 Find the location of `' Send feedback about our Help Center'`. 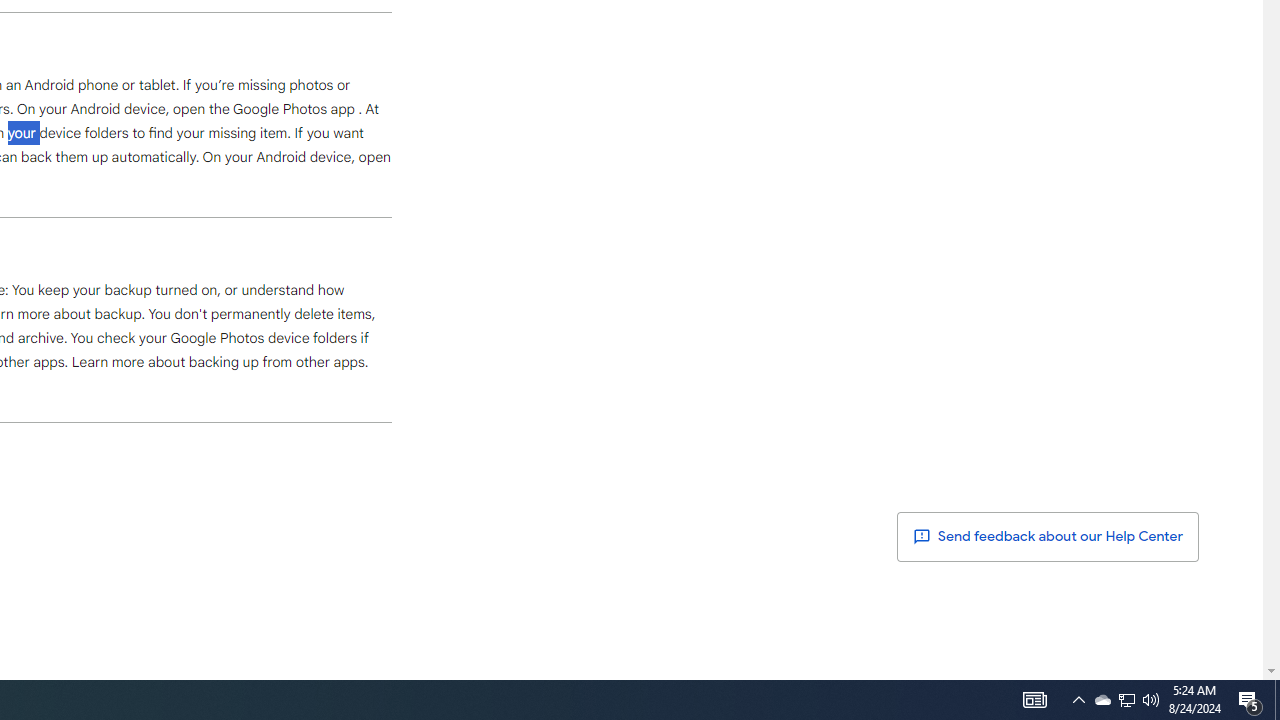

' Send feedback about our Help Center' is located at coordinates (1047, 536).